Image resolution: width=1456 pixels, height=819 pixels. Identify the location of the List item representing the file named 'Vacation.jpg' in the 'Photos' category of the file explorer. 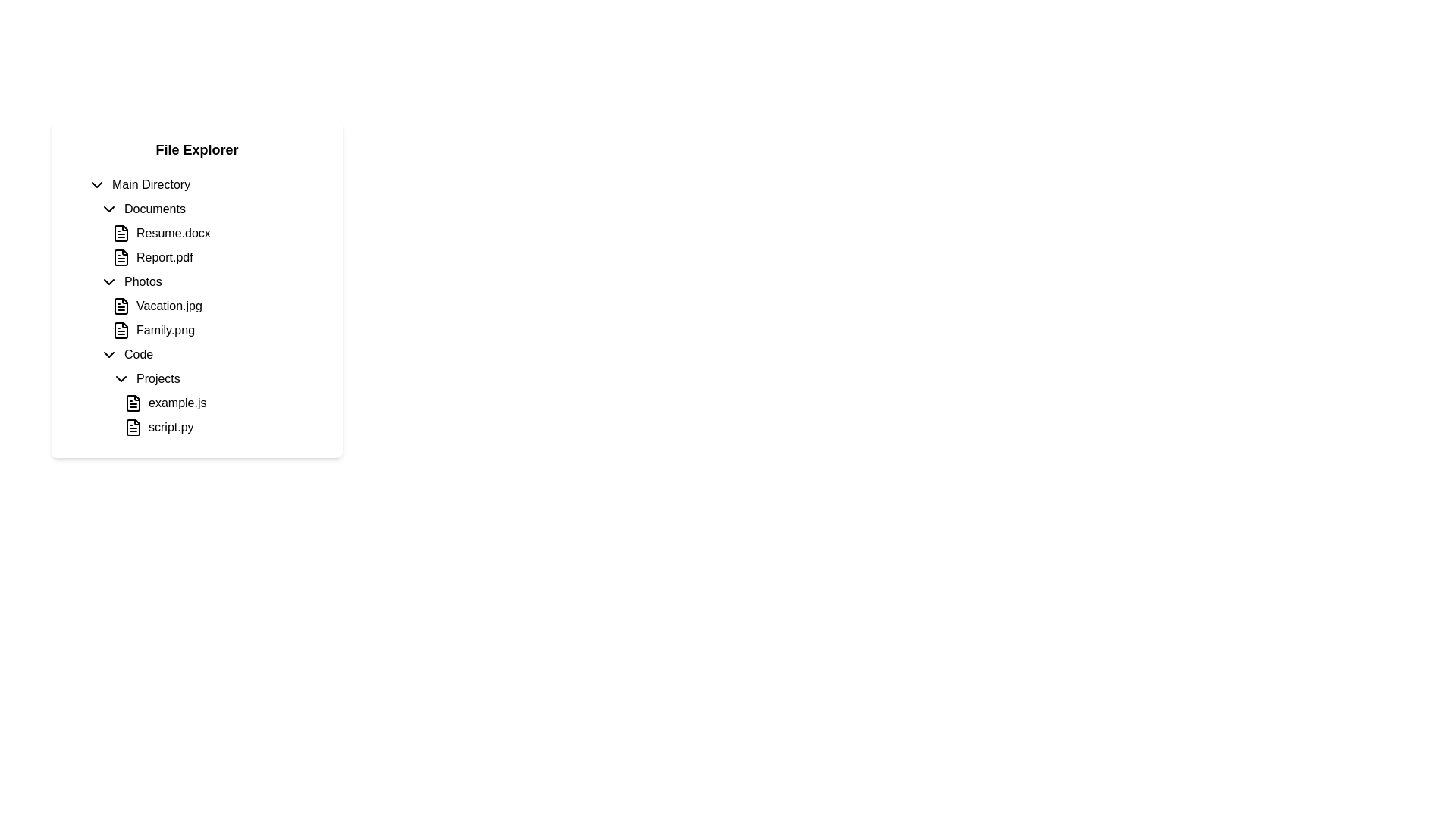
(202, 306).